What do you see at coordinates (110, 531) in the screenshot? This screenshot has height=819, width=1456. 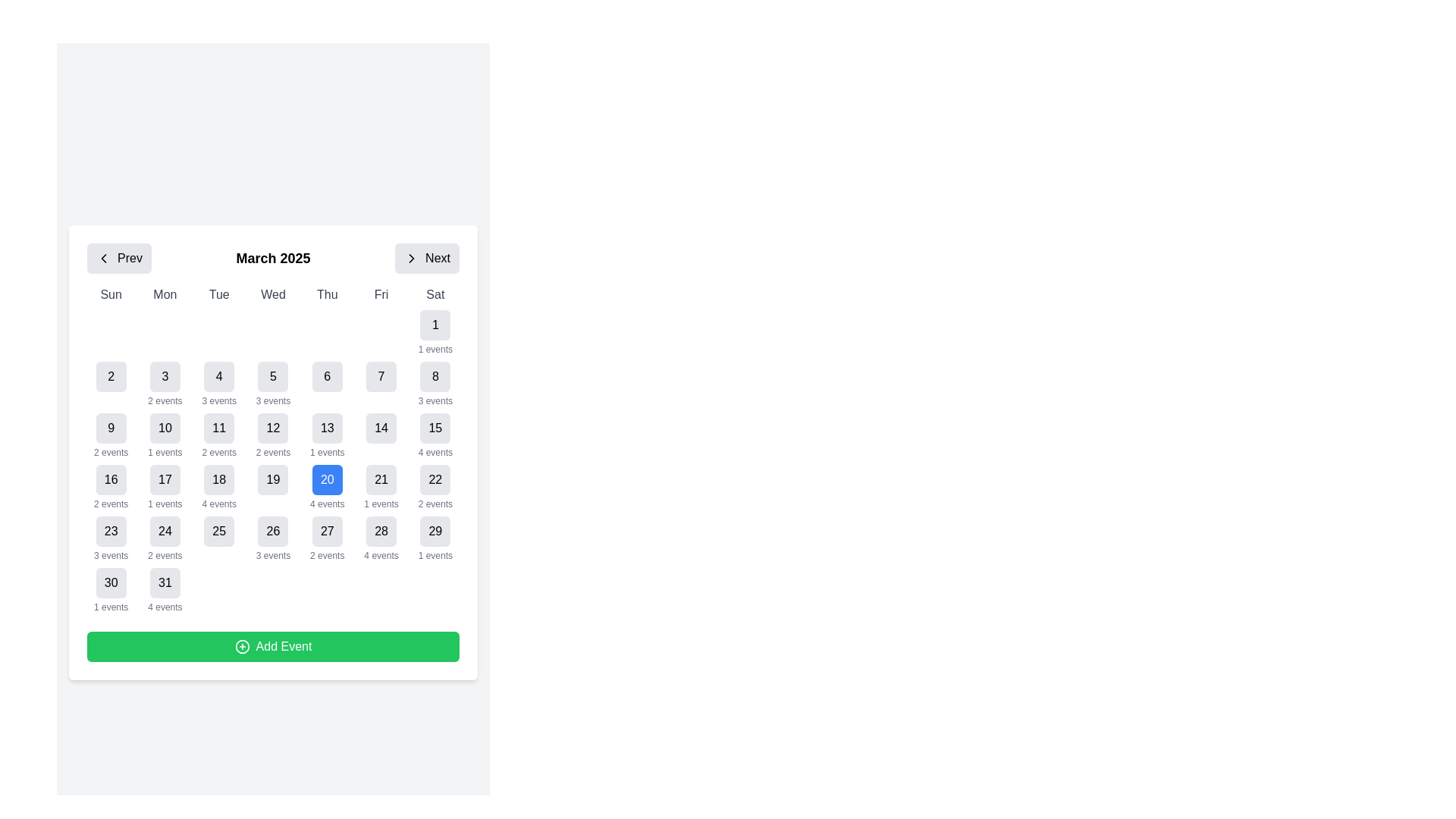 I see `the button representing the calendar date '23'` at bounding box center [110, 531].